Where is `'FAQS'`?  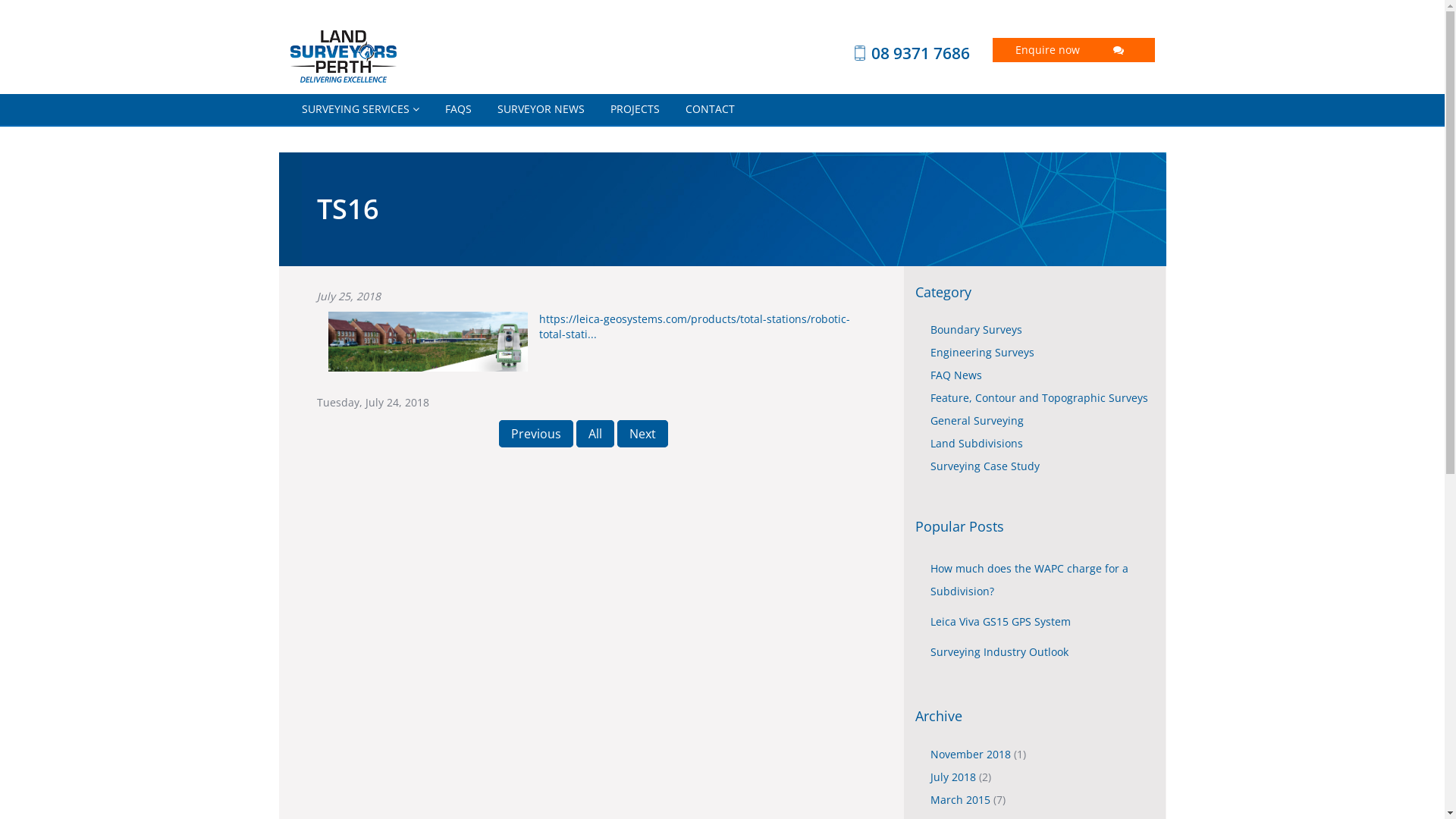 'FAQS' is located at coordinates (432, 108).